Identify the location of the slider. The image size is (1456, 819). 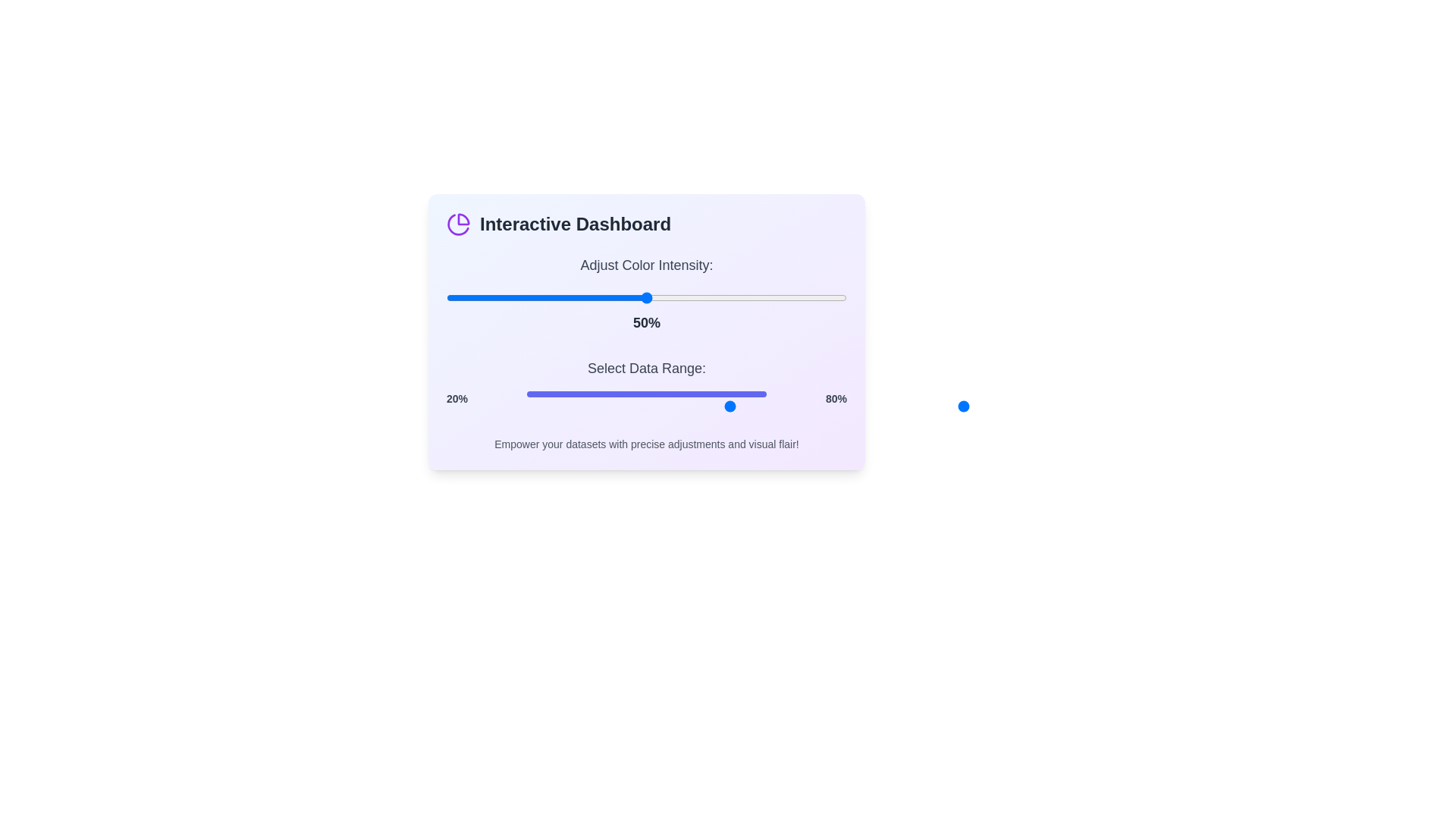
(770, 406).